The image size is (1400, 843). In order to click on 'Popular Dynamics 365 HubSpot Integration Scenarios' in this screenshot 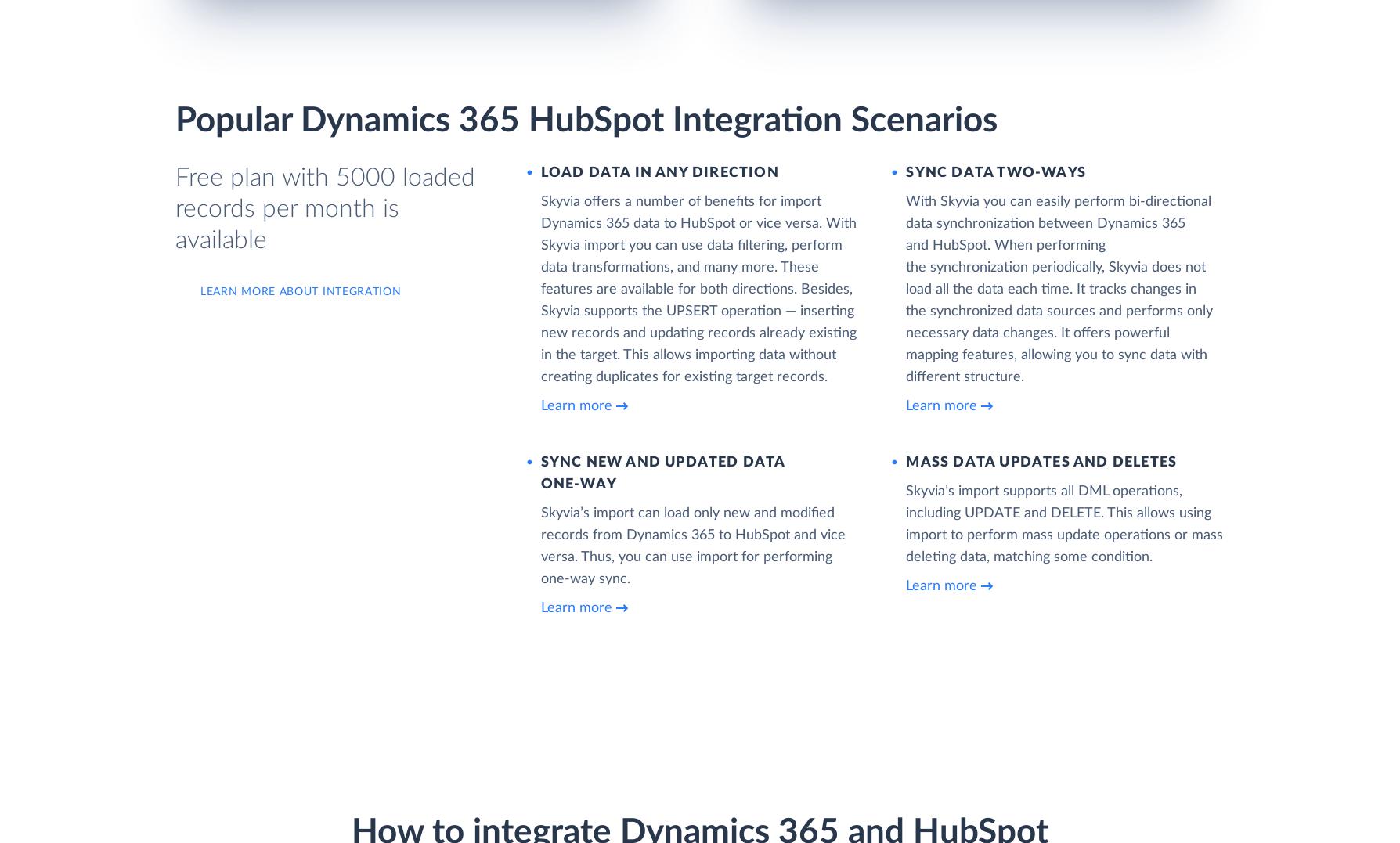, I will do `click(585, 121)`.